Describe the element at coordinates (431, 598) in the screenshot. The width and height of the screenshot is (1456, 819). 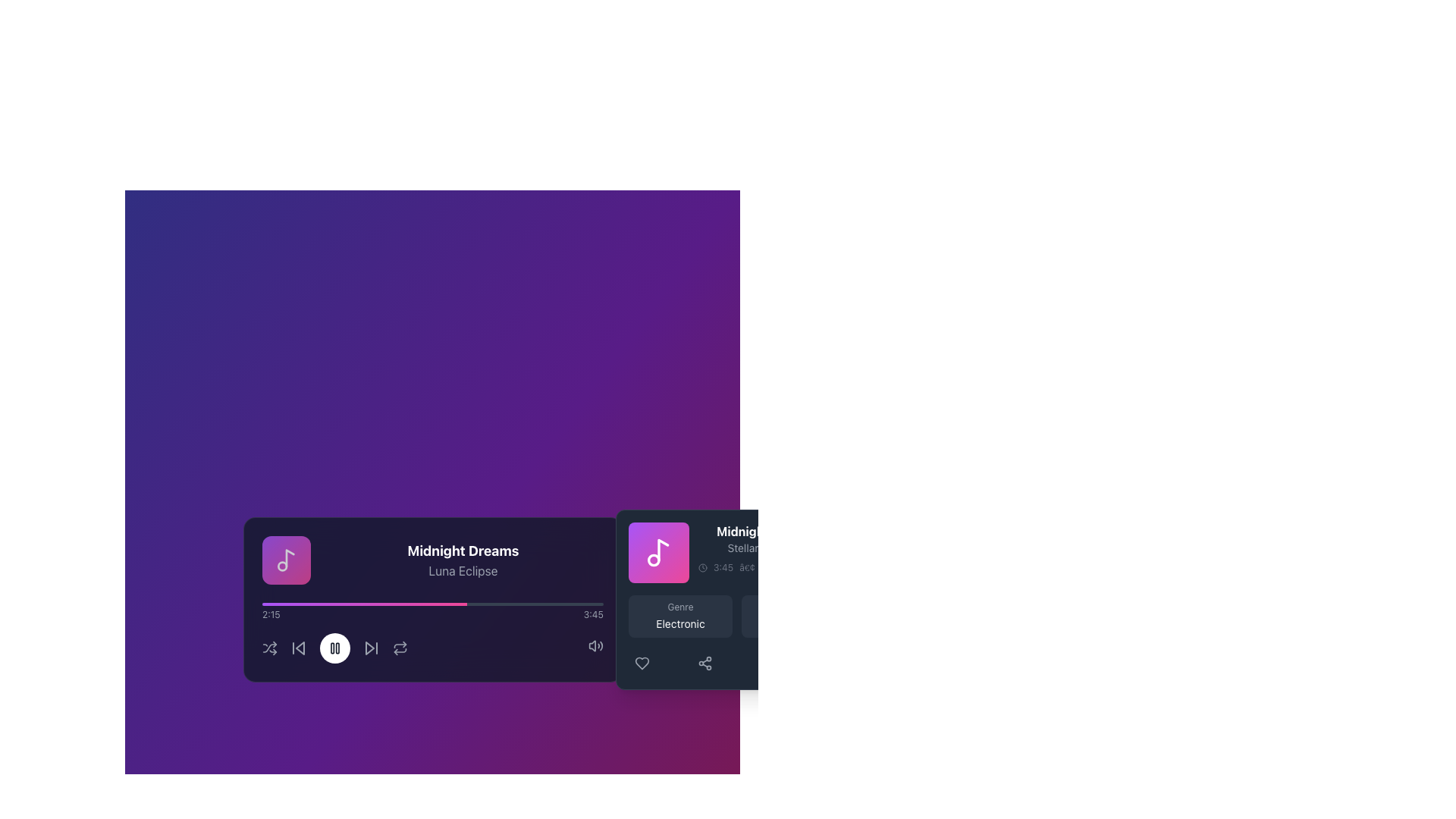
I see `the progress bar located under the album artwork to adjust the playback position of the music track` at that location.